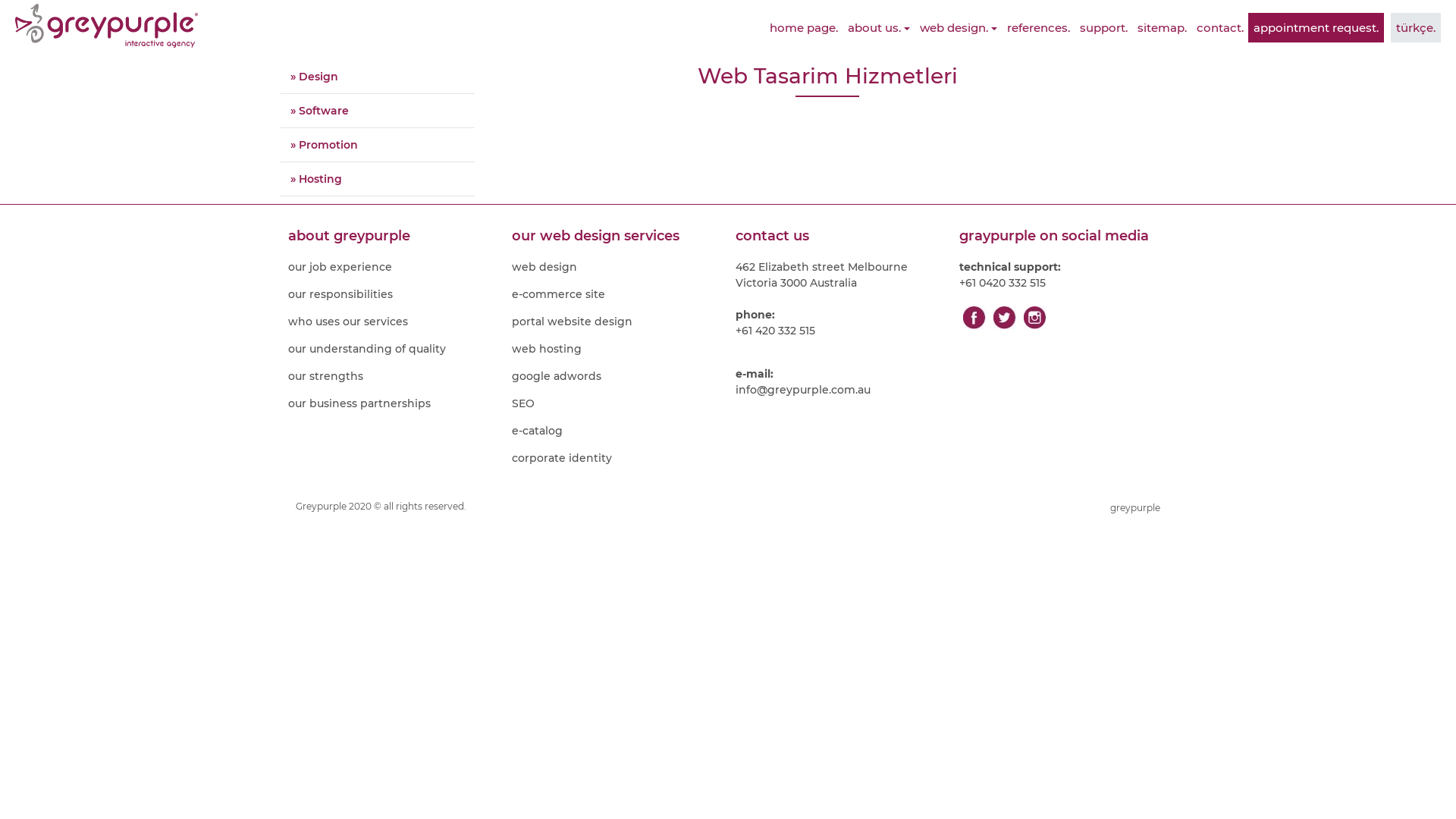 The image size is (1456, 819). What do you see at coordinates (1315, 27) in the screenshot?
I see `'appointment request.'` at bounding box center [1315, 27].